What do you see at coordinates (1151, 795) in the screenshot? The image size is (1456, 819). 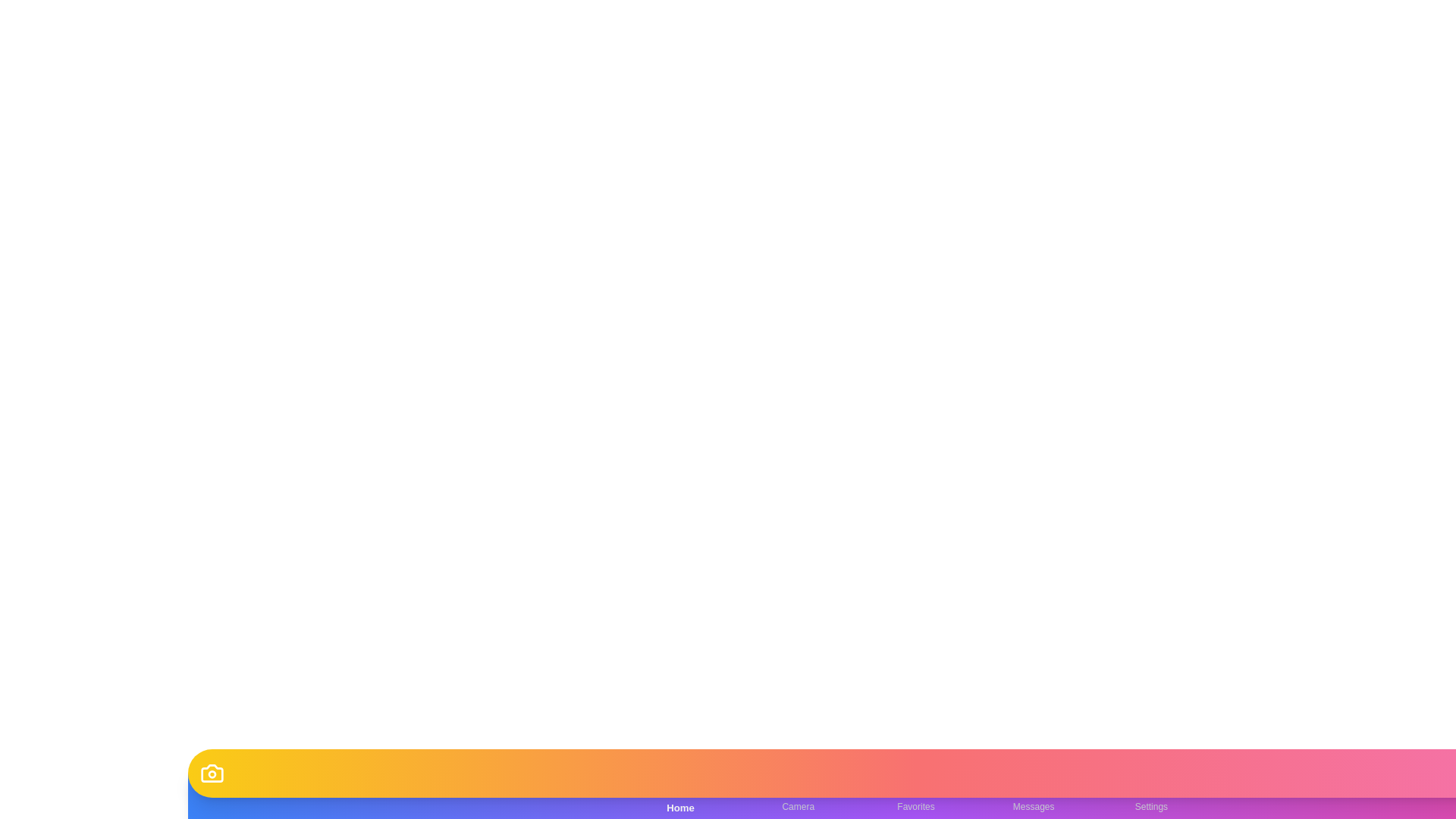 I see `the Settings button to observe its hover effect` at bounding box center [1151, 795].